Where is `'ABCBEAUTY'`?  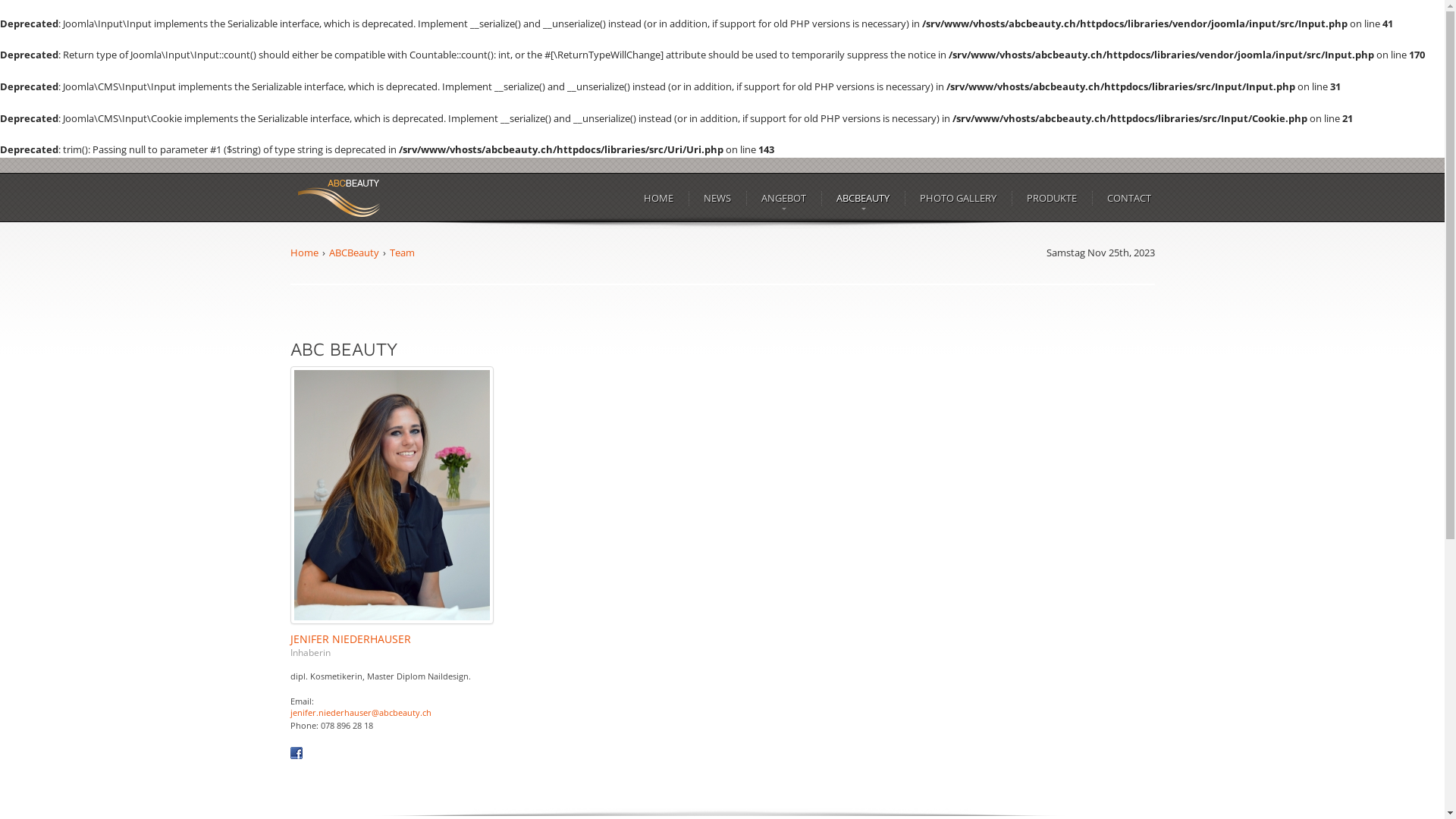 'ABCBEAUTY' is located at coordinates (862, 197).